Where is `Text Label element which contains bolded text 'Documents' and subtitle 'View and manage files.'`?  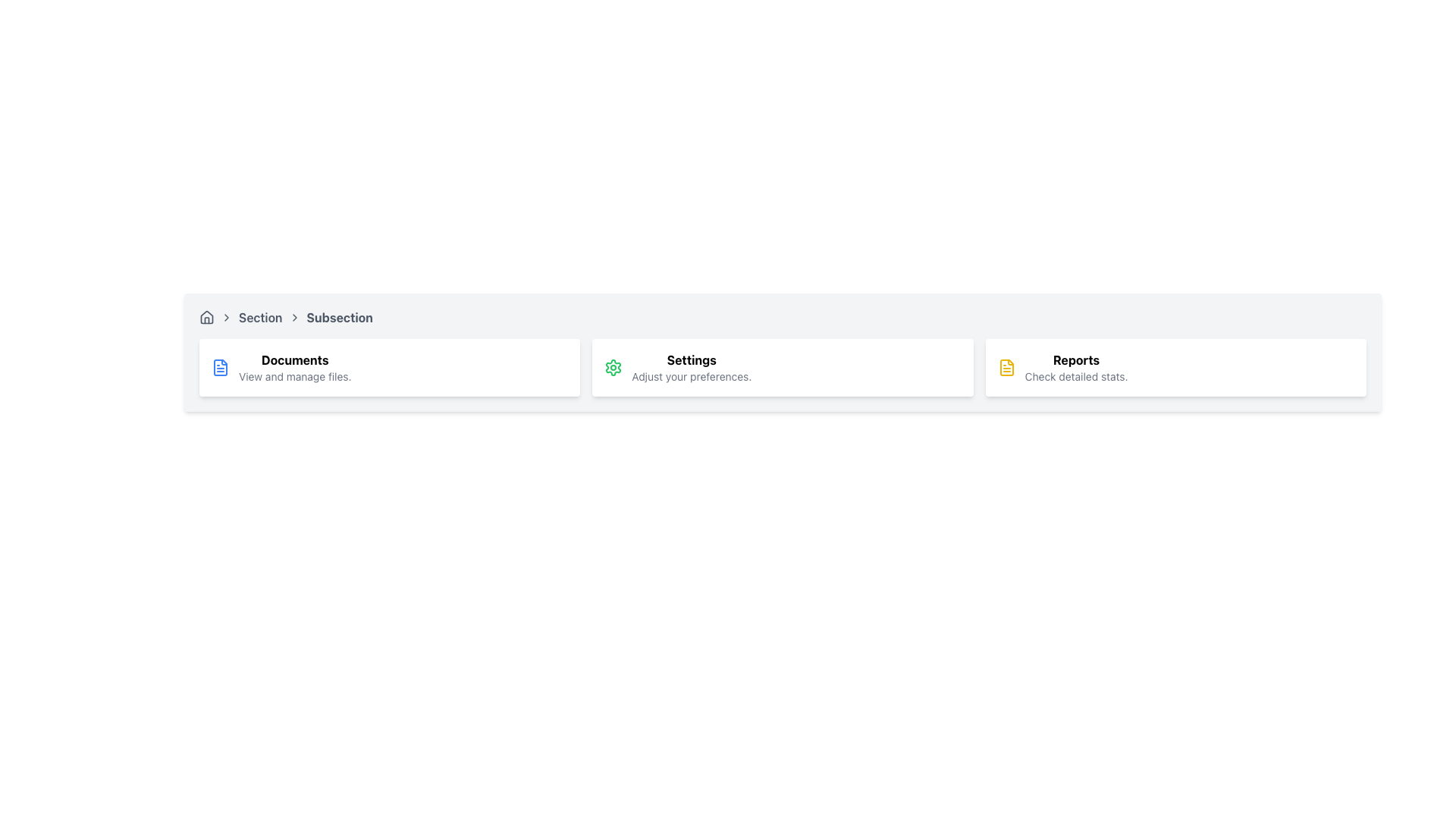 Text Label element which contains bolded text 'Documents' and subtitle 'View and manage files.' is located at coordinates (295, 368).